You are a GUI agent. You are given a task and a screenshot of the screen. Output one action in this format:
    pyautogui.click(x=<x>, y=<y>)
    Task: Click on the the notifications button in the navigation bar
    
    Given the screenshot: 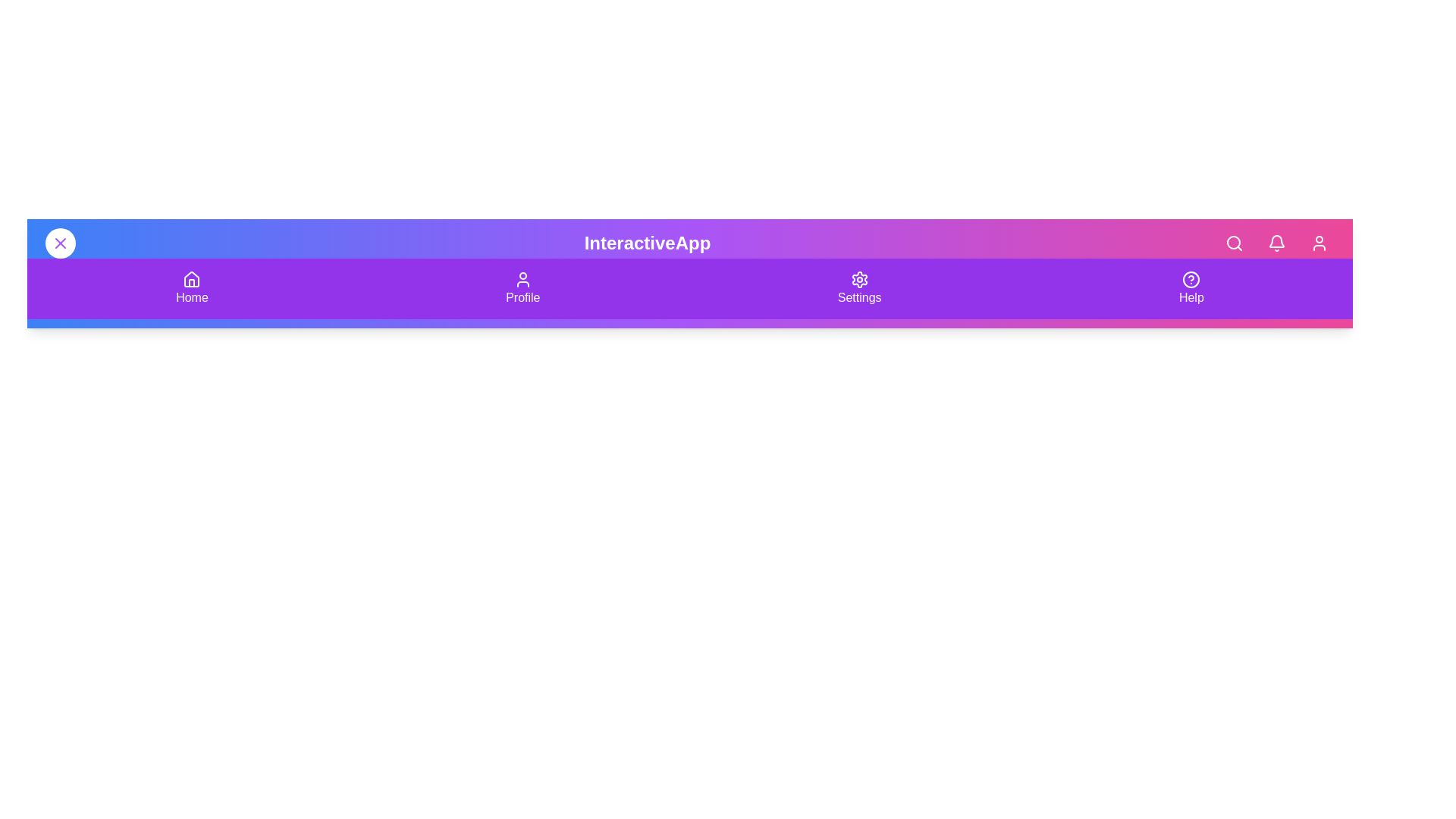 What is the action you would take?
    pyautogui.click(x=1276, y=242)
    